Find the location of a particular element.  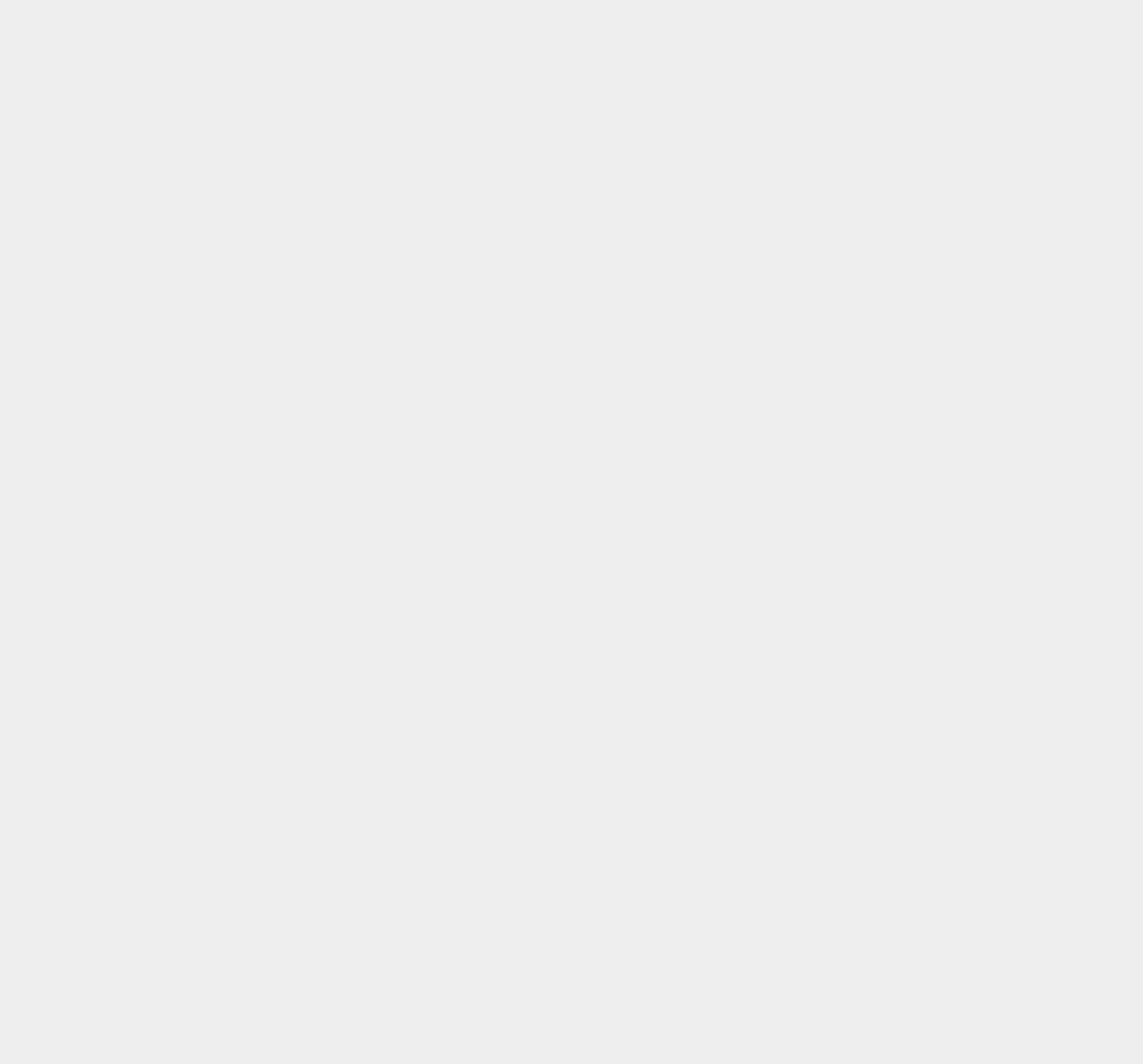

'iPad Siri' is located at coordinates (832, 821).